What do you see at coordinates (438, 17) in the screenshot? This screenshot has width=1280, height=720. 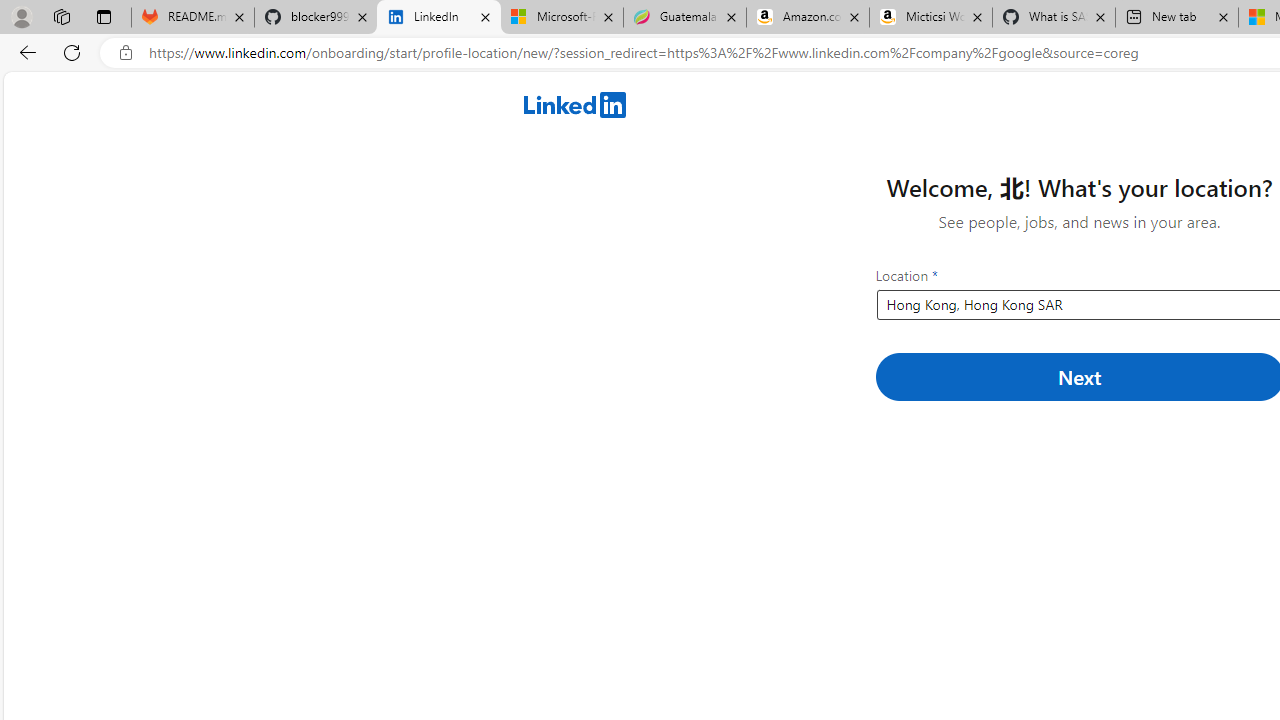 I see `'LinkedIn'` at bounding box center [438, 17].